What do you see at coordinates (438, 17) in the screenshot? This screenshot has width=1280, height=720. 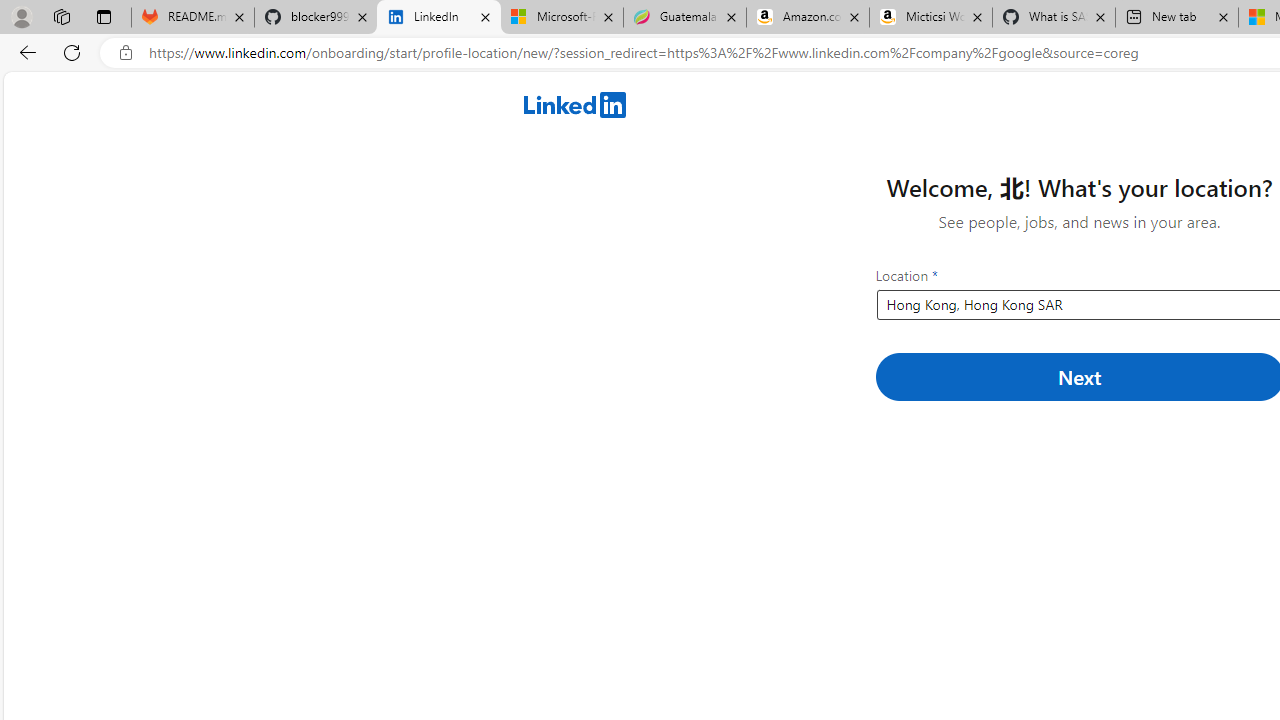 I see `'LinkedIn'` at bounding box center [438, 17].